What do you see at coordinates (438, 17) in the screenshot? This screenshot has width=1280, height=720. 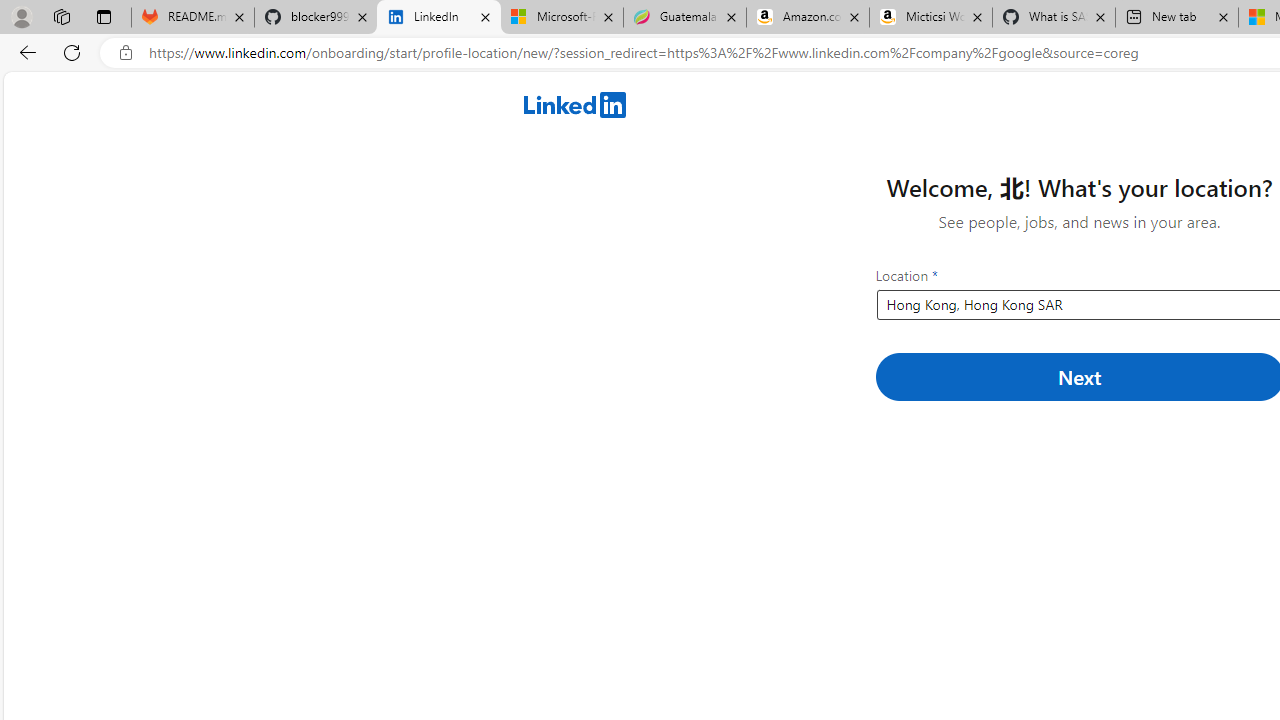 I see `'LinkedIn'` at bounding box center [438, 17].